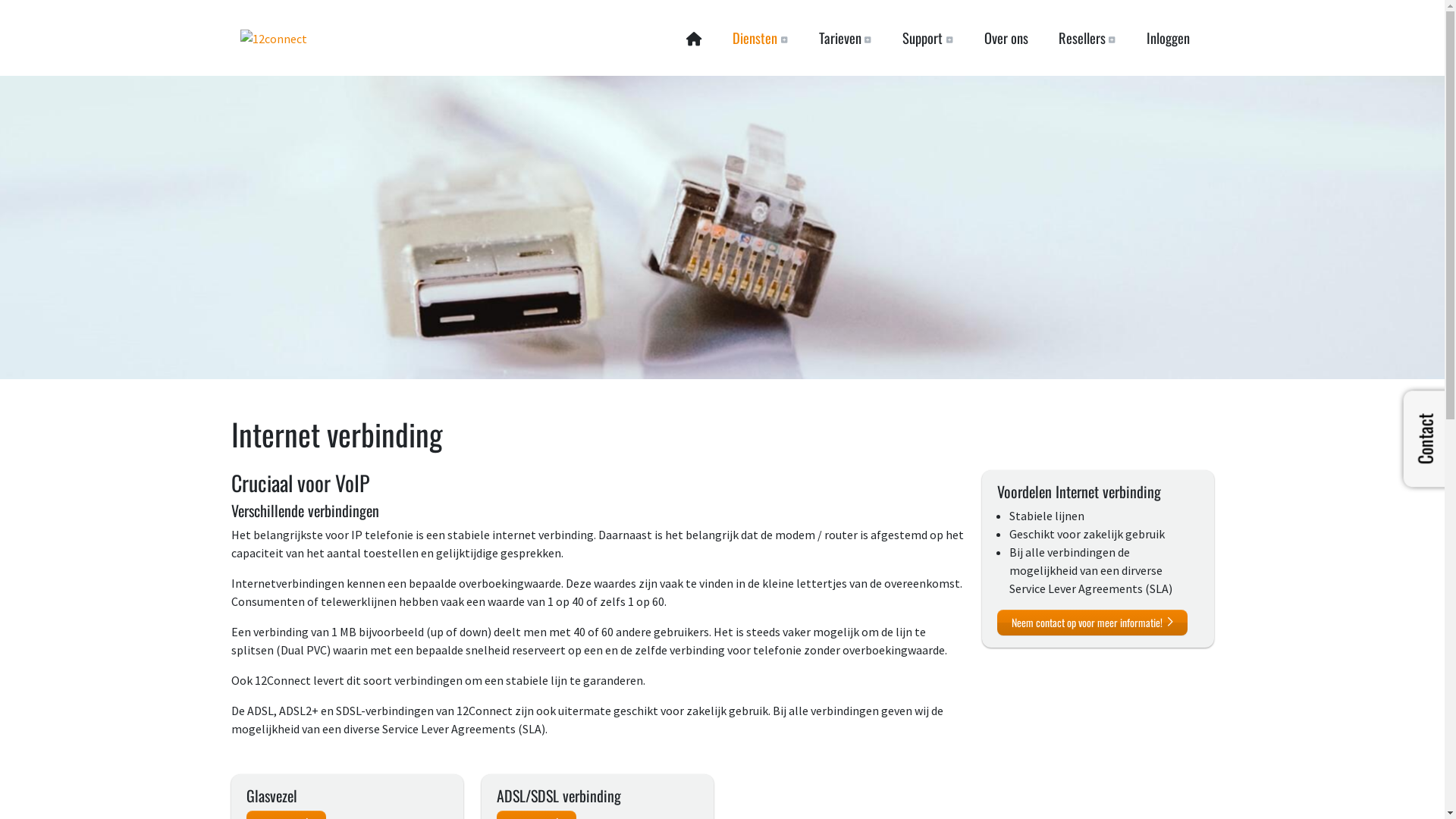  I want to click on 'Over ons', so click(1005, 37).